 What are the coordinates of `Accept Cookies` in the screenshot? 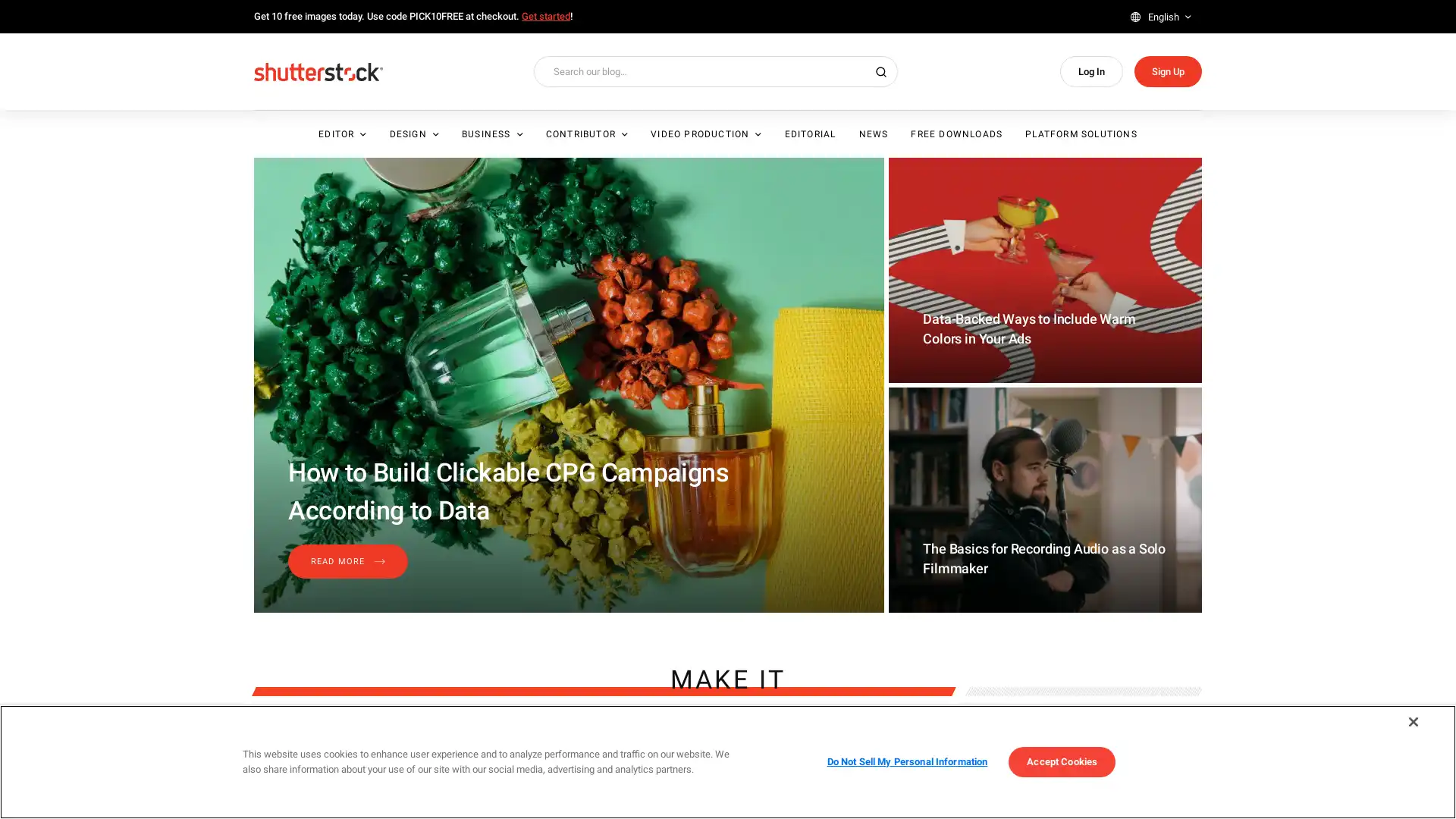 It's located at (1061, 761).